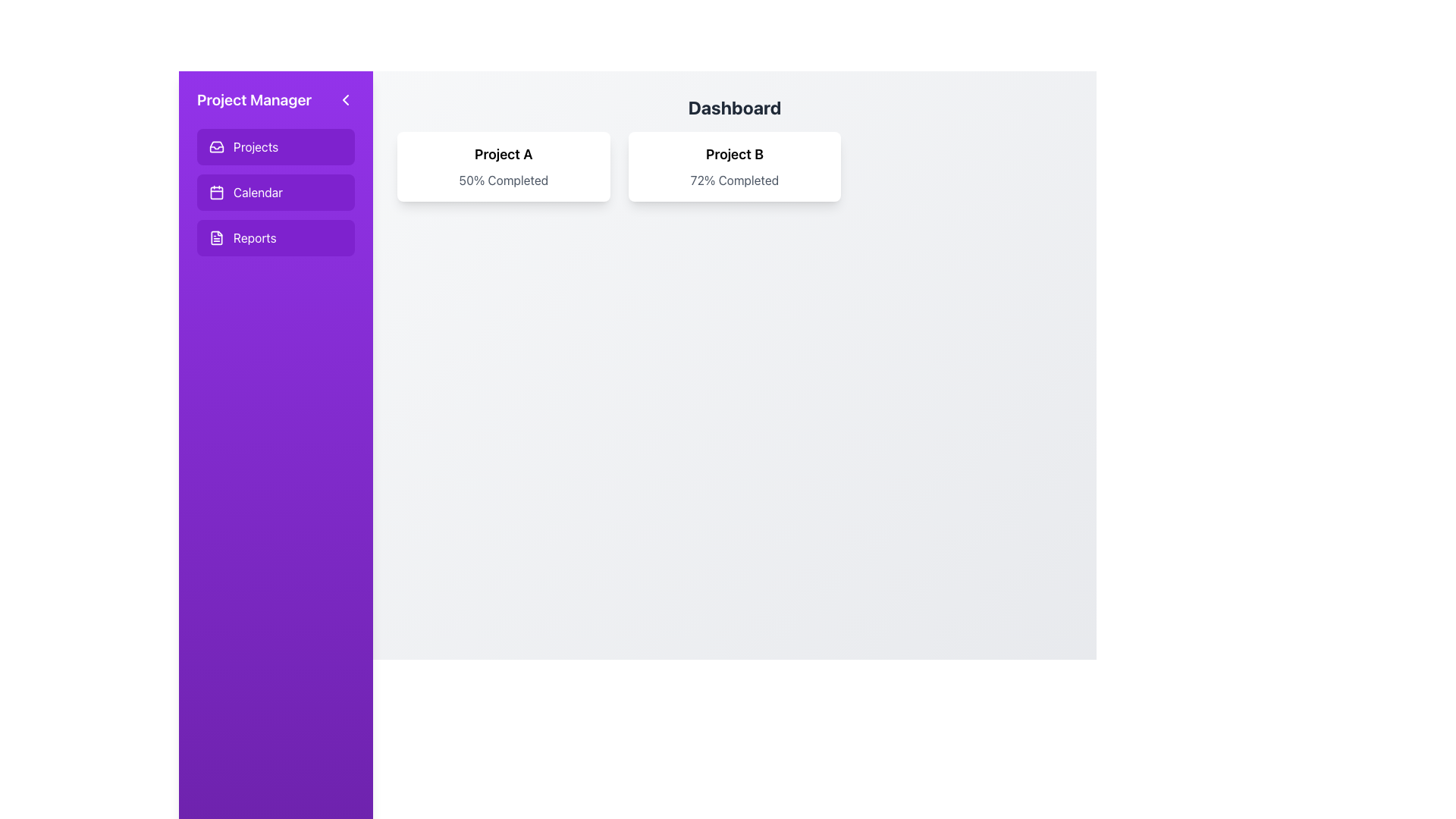  Describe the element at coordinates (216, 192) in the screenshot. I see `the purple rectangular part of the calendar-like icon located in the navigation sidebar, which is the second icon under the 'Project Manager' heading` at that location.